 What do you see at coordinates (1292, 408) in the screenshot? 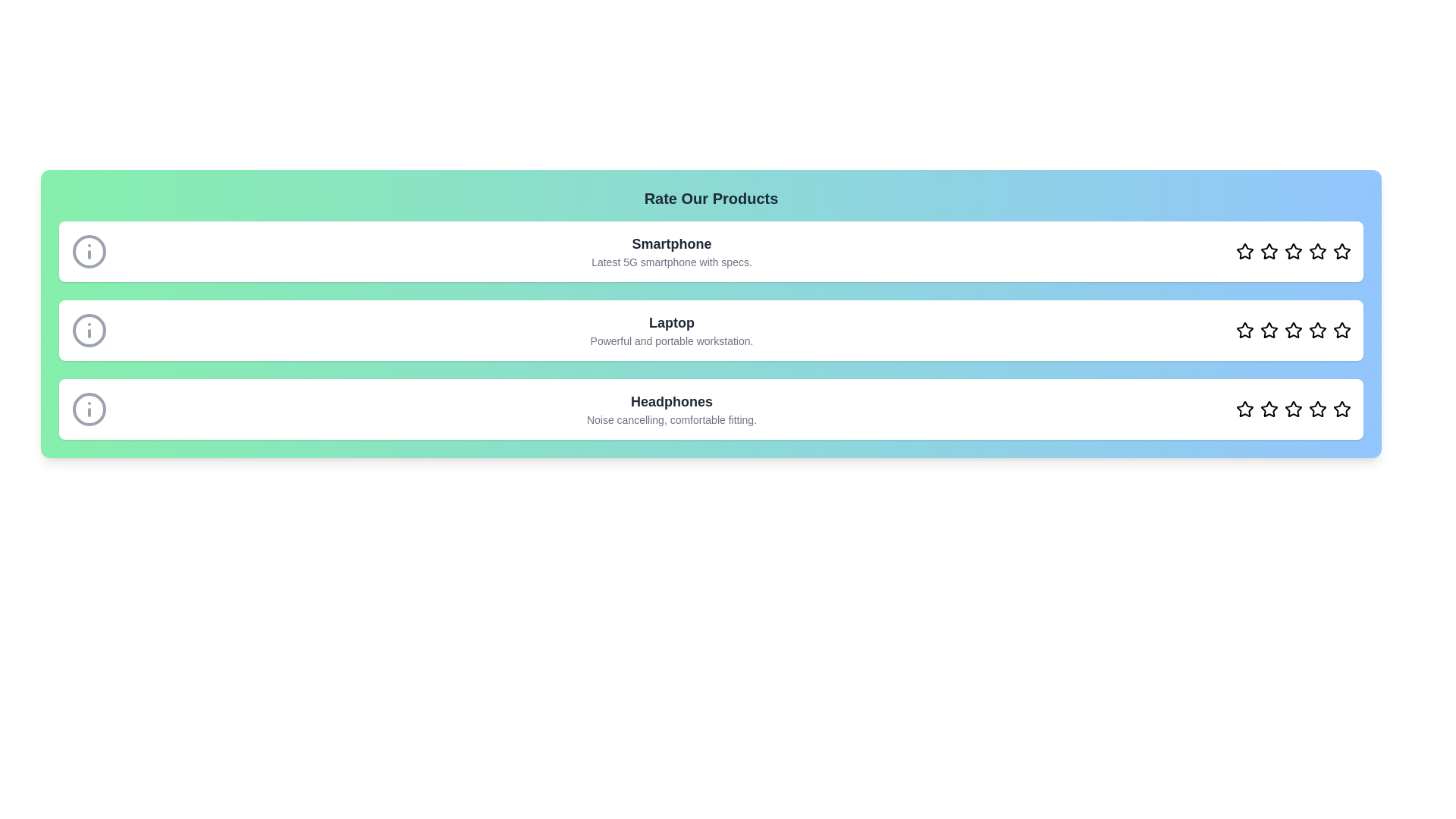
I see `the fourth black star icon with a hollow center in the horizontal group of rating stars located in the 'Headphones' section` at bounding box center [1292, 408].